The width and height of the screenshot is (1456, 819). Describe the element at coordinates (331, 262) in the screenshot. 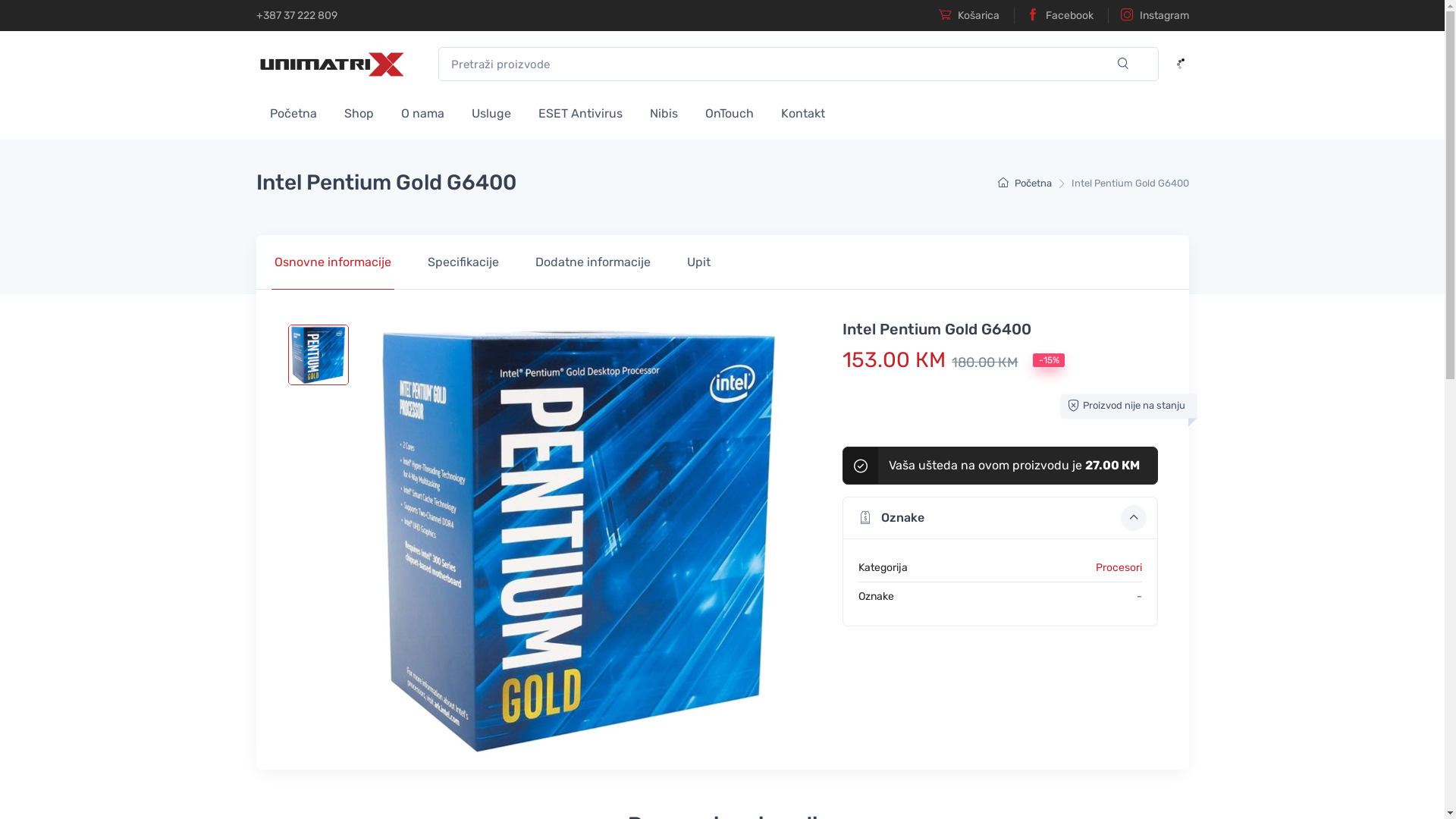

I see `'Osnovne informacije'` at that location.